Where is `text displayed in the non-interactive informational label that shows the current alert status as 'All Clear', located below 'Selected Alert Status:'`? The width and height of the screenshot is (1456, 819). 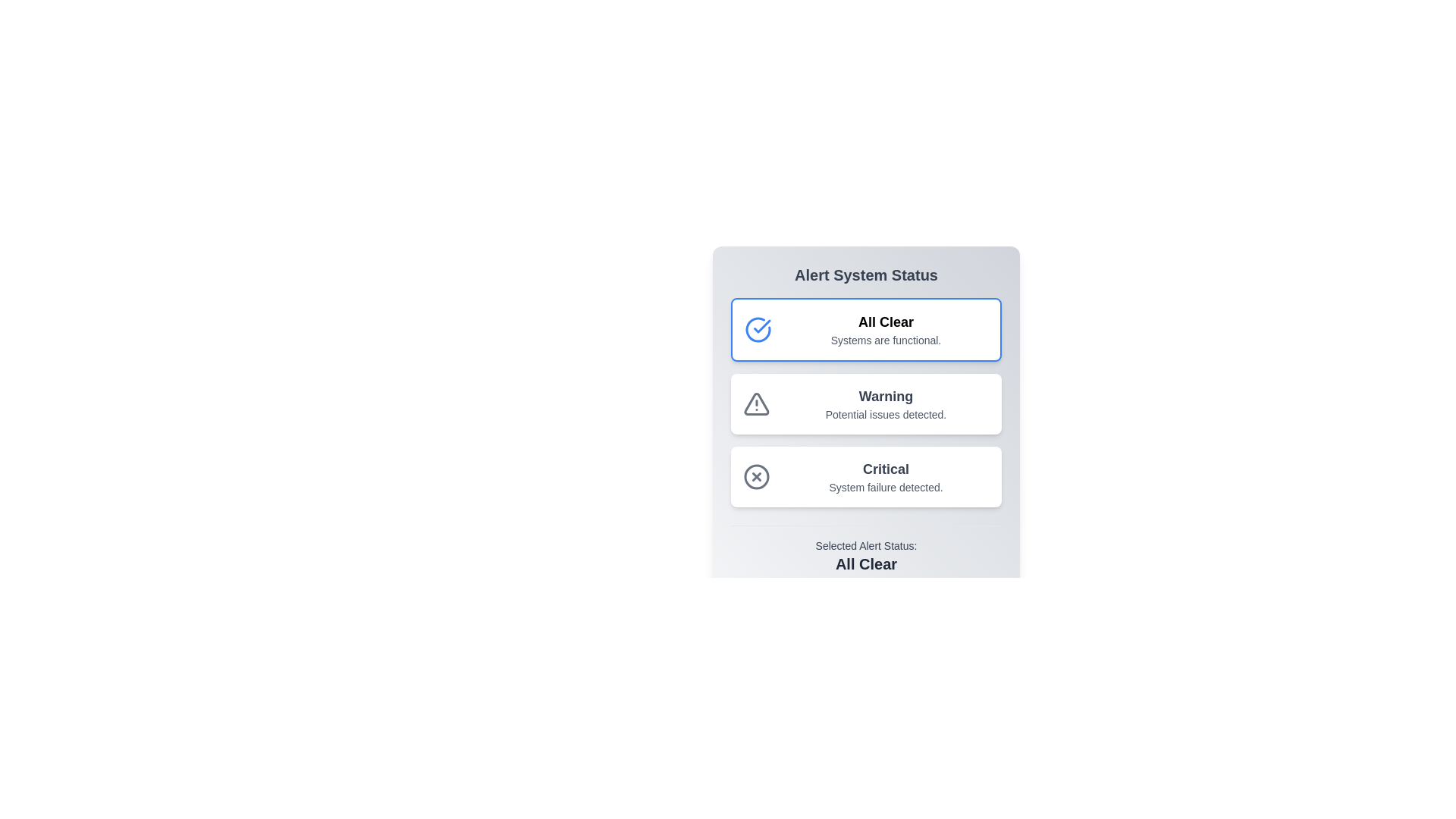 text displayed in the non-interactive informational label that shows the current alert status as 'All Clear', located below 'Selected Alert Status:' is located at coordinates (866, 564).